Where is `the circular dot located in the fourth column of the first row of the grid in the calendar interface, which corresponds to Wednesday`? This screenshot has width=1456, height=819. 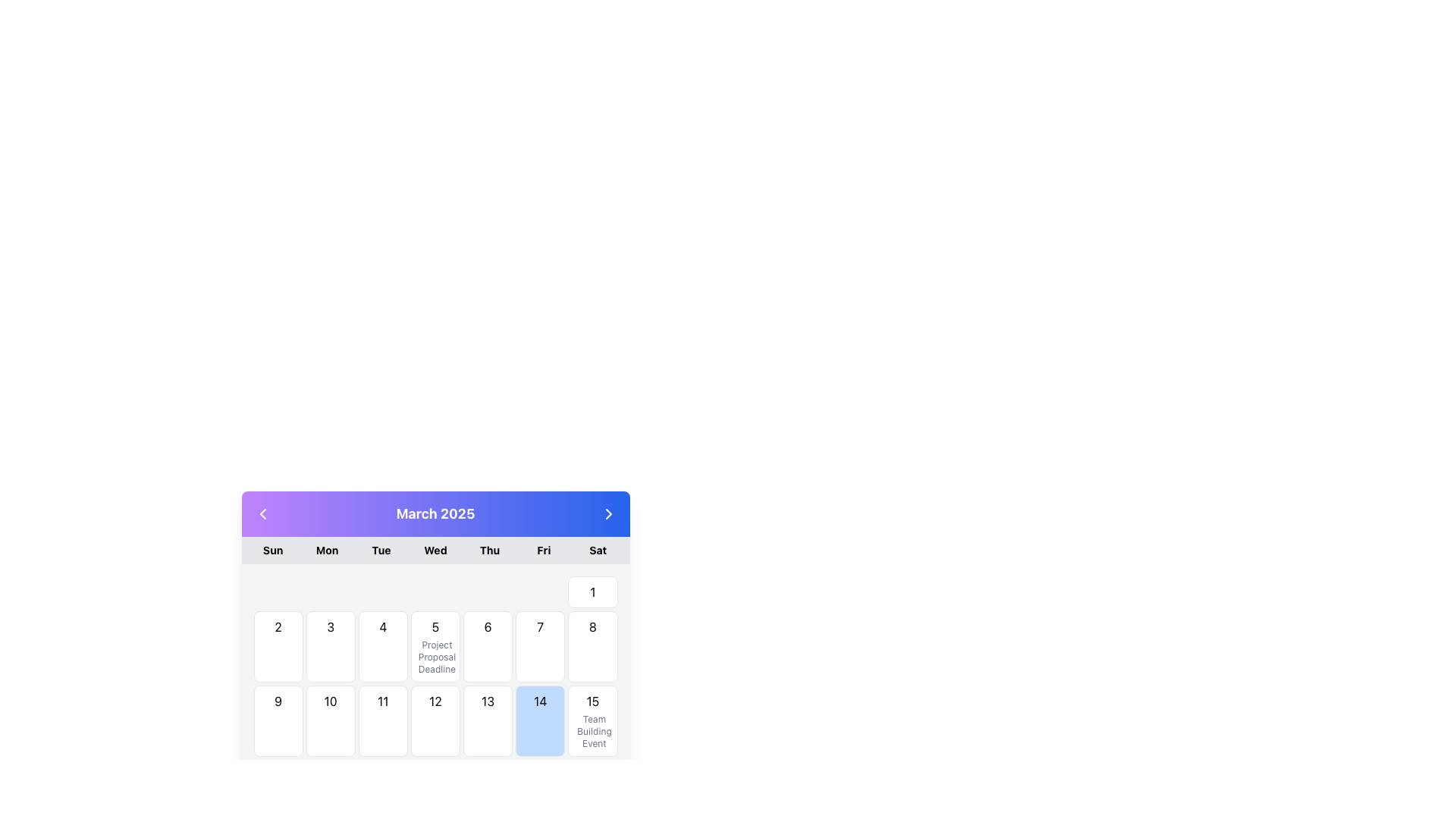
the circular dot located in the fourth column of the first row of the grid in the calendar interface, which corresponds to Wednesday is located at coordinates (435, 591).